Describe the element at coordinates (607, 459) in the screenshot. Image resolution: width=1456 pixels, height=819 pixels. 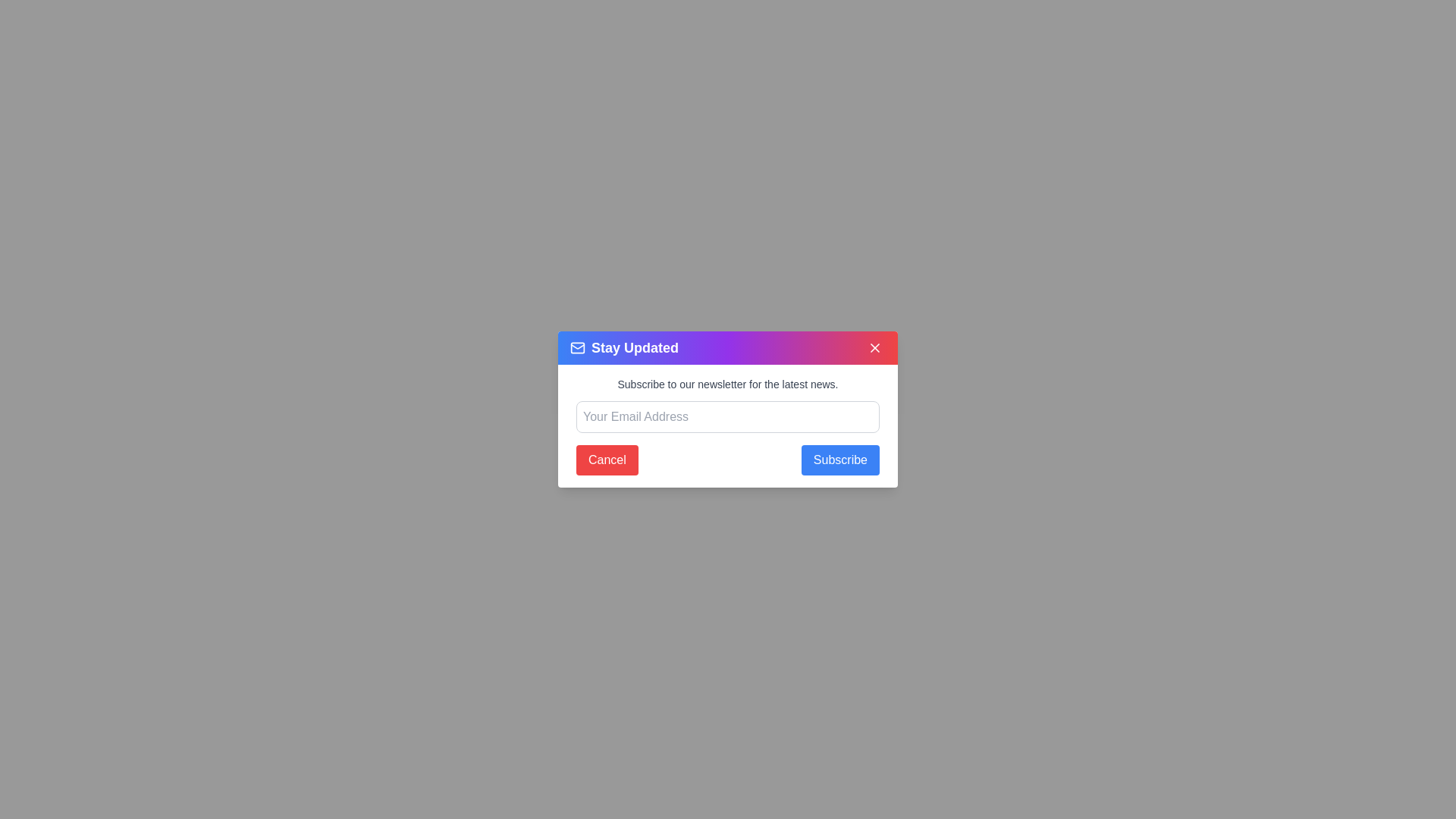
I see `the 'Cancel' button to cancel the operation` at that location.